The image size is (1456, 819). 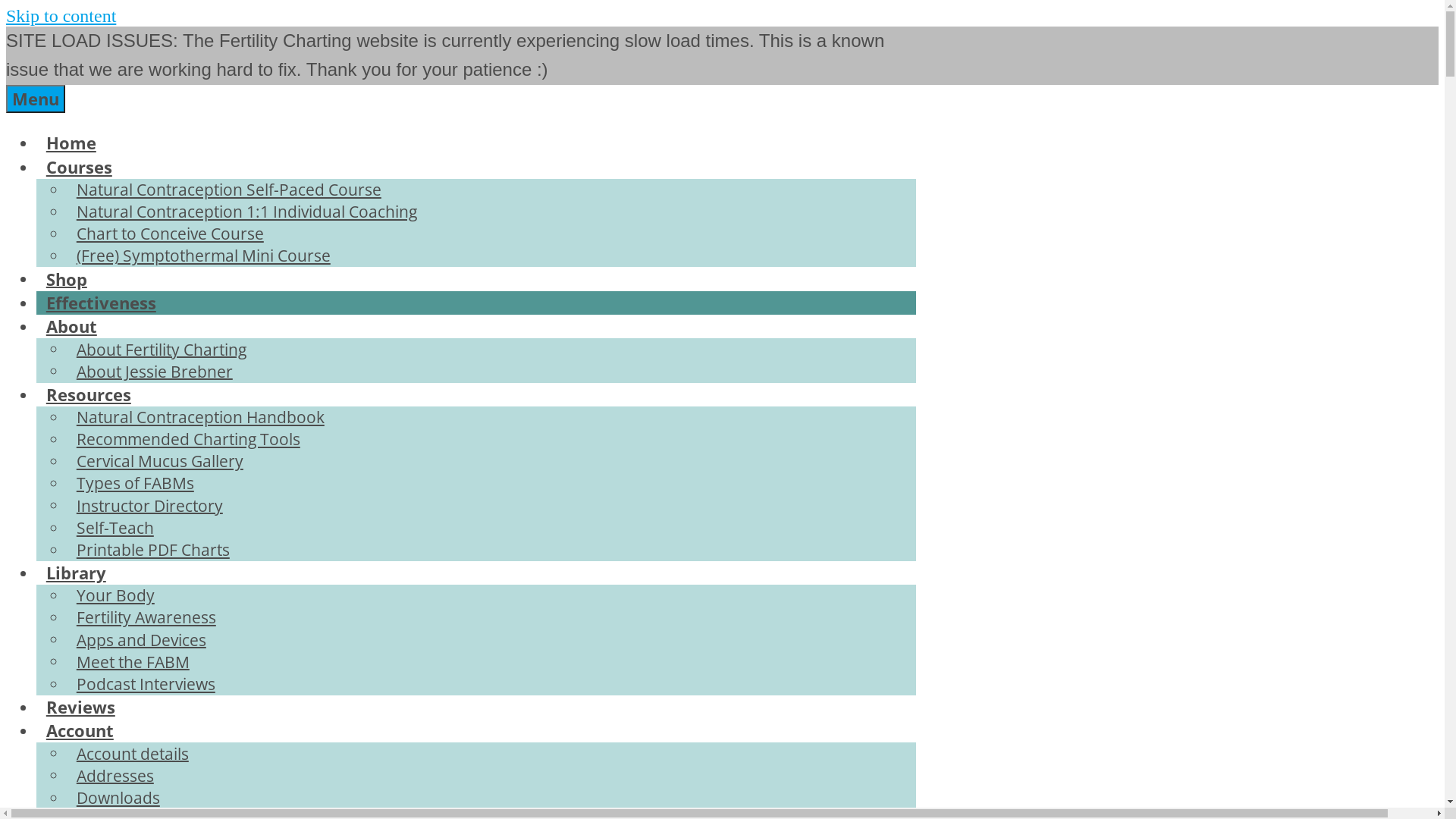 What do you see at coordinates (154, 371) in the screenshot?
I see `'About Jessie Brebner'` at bounding box center [154, 371].